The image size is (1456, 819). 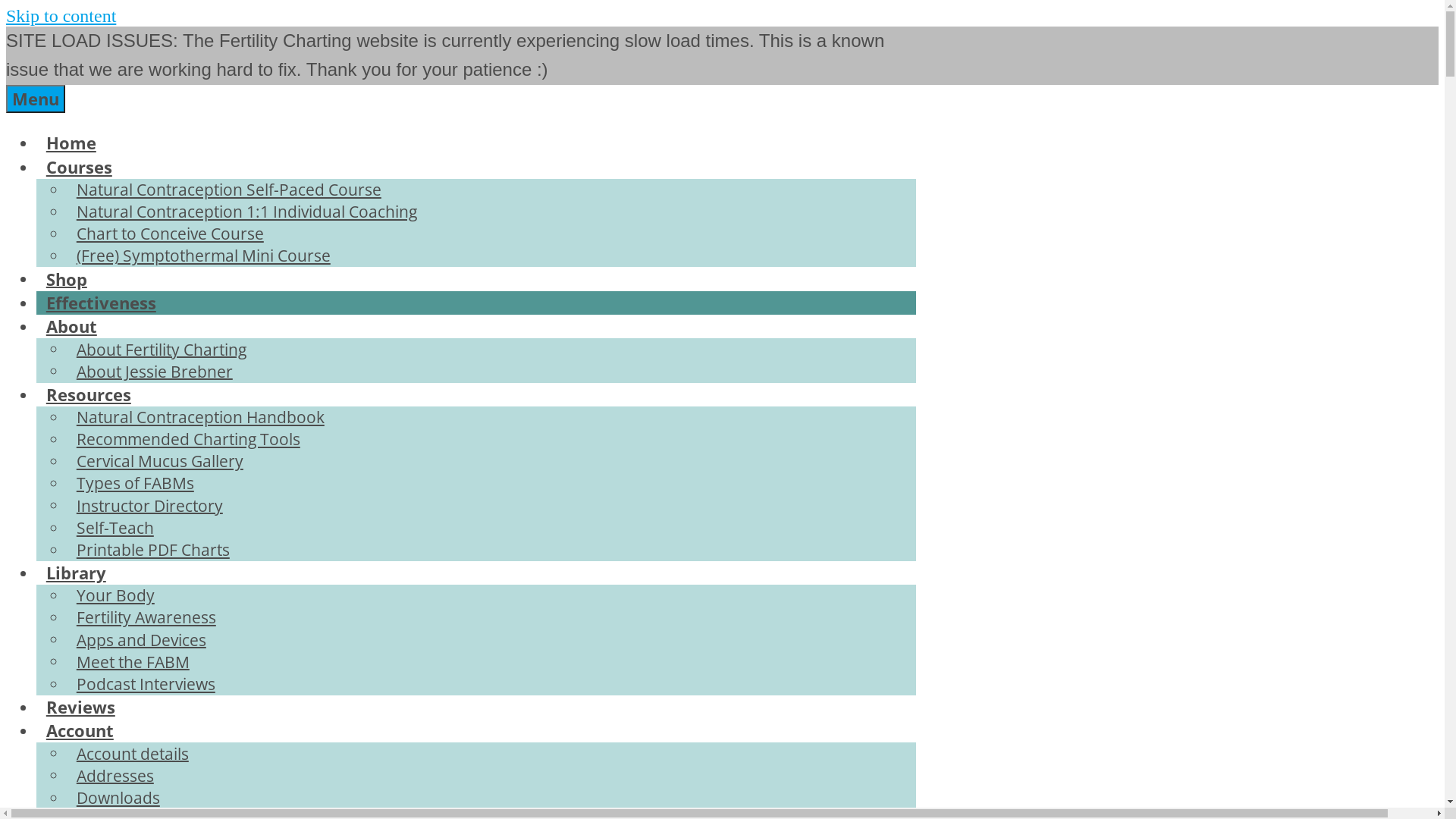 What do you see at coordinates (154, 371) in the screenshot?
I see `'About Jessie Brebner'` at bounding box center [154, 371].